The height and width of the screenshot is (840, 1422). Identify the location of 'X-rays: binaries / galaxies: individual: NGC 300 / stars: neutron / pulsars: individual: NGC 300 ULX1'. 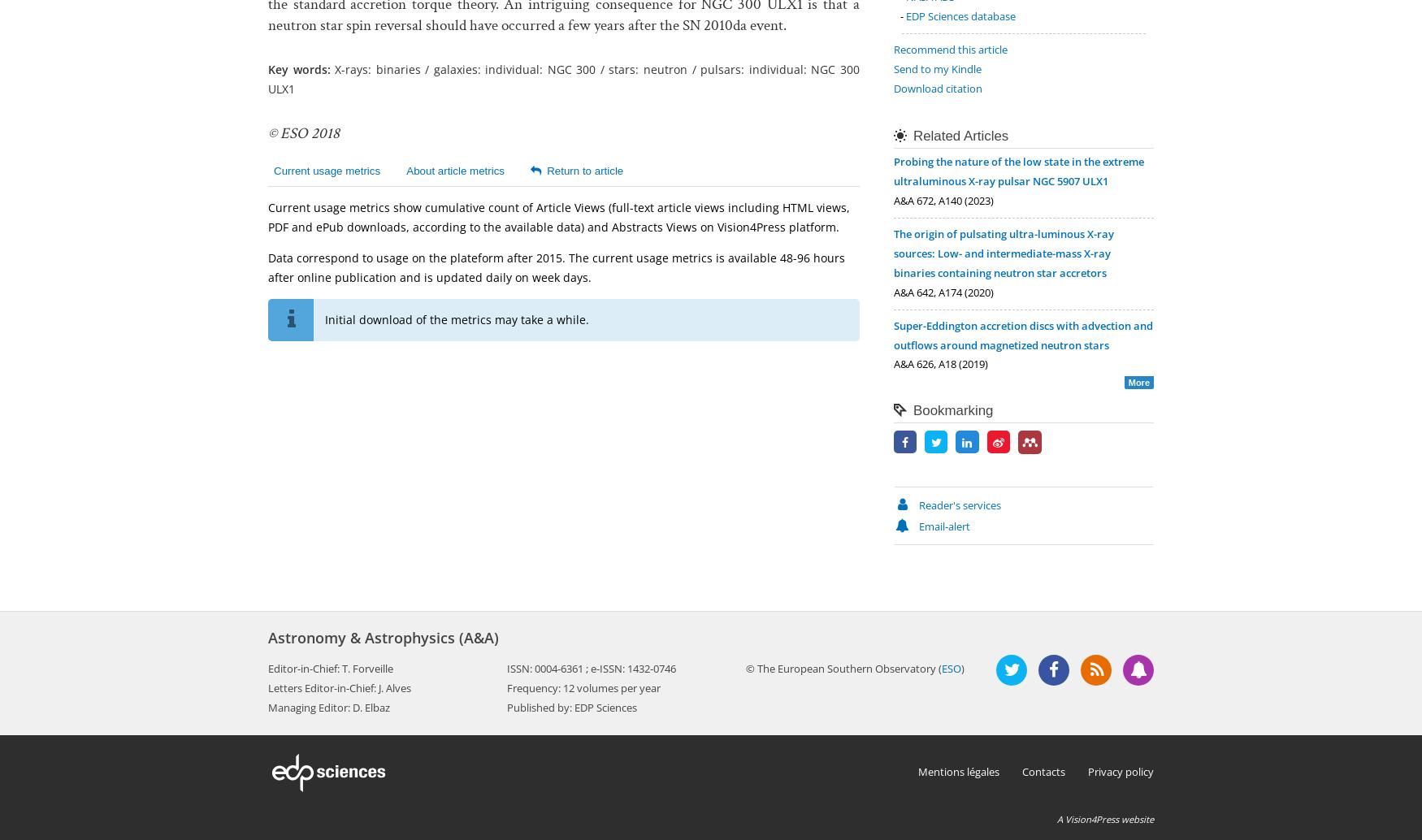
(268, 79).